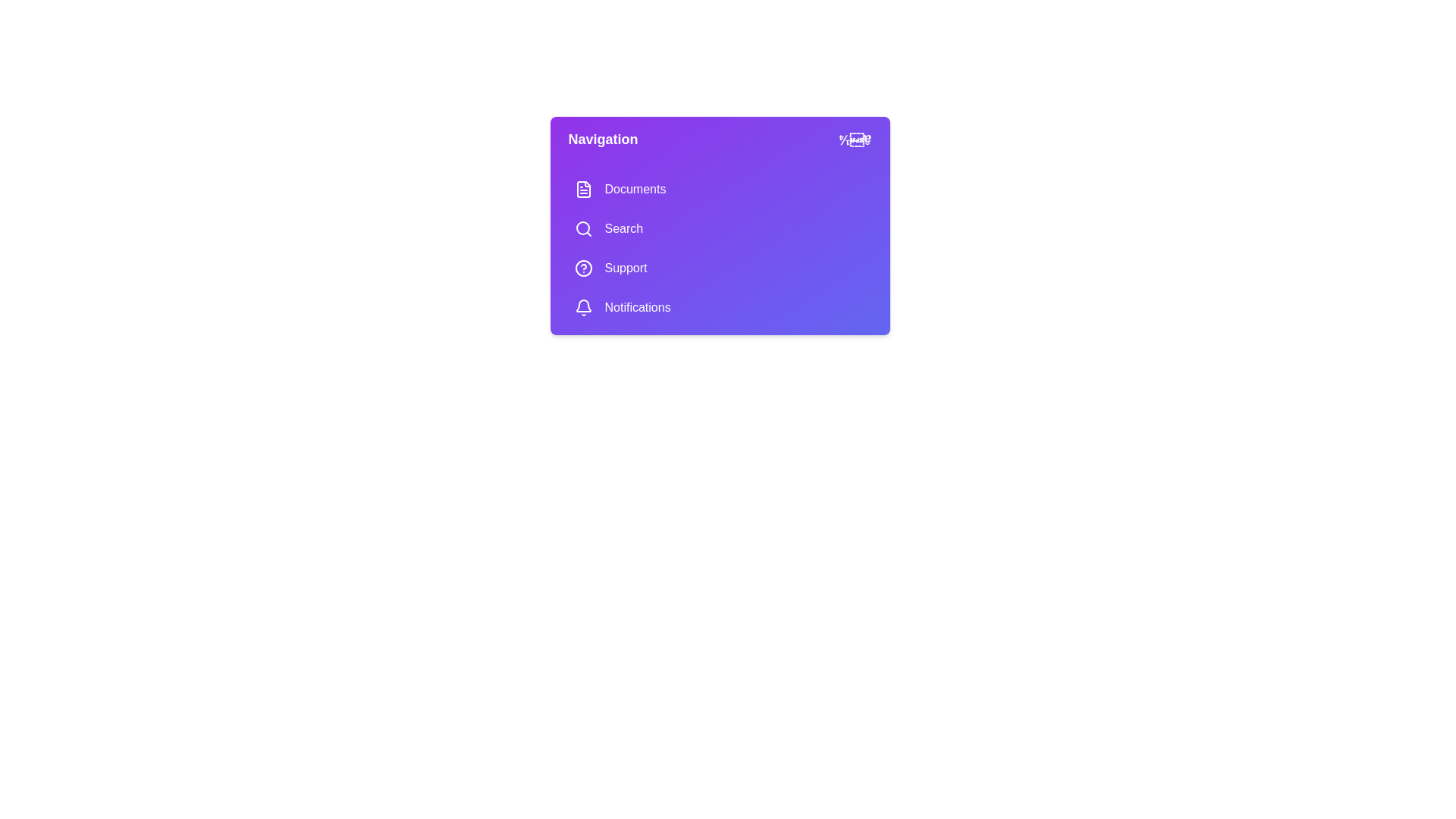 The height and width of the screenshot is (819, 1456). I want to click on the icon next to the menu item Search, so click(582, 228).